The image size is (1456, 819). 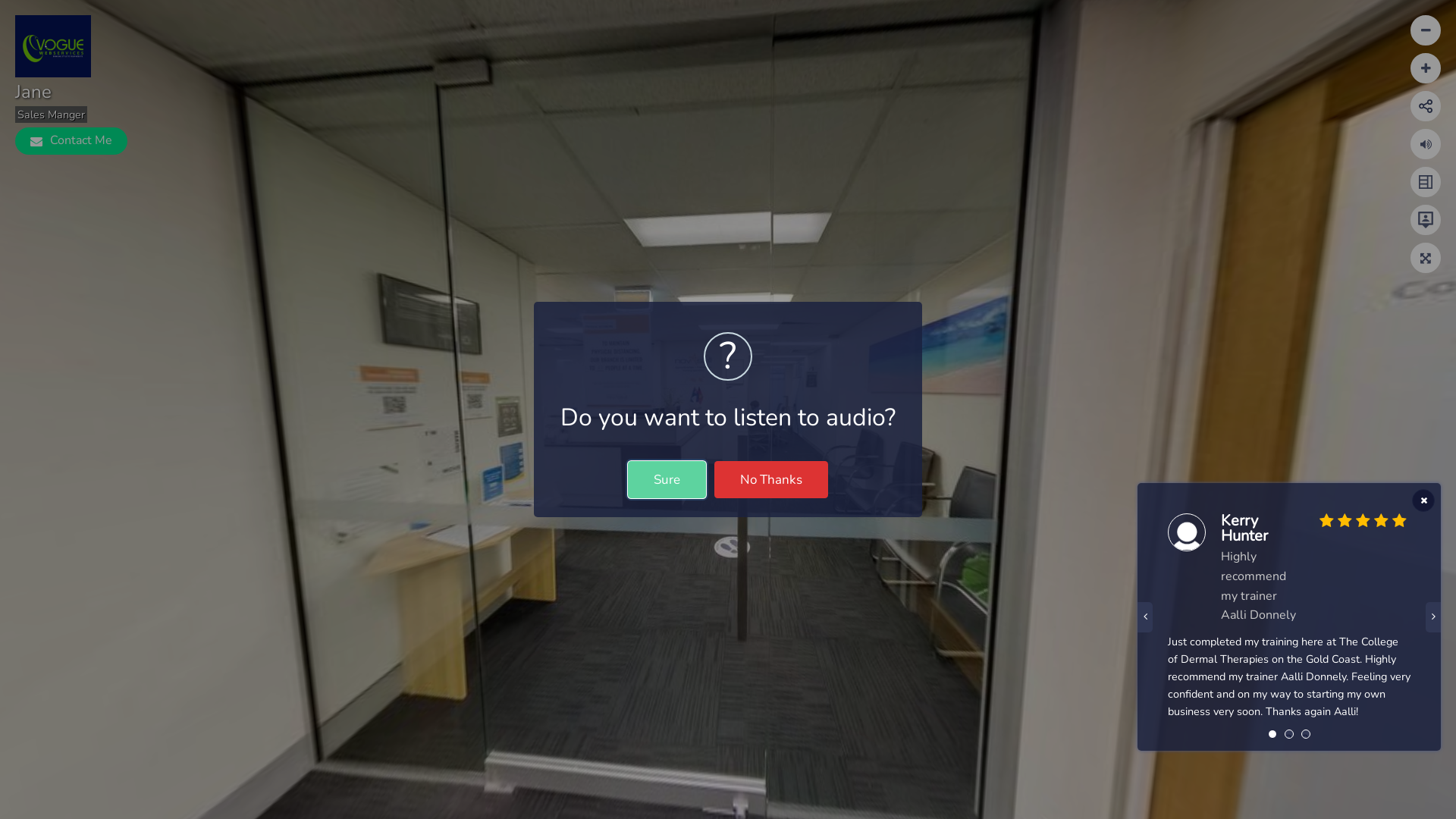 I want to click on '2', so click(x=1288, y=738).